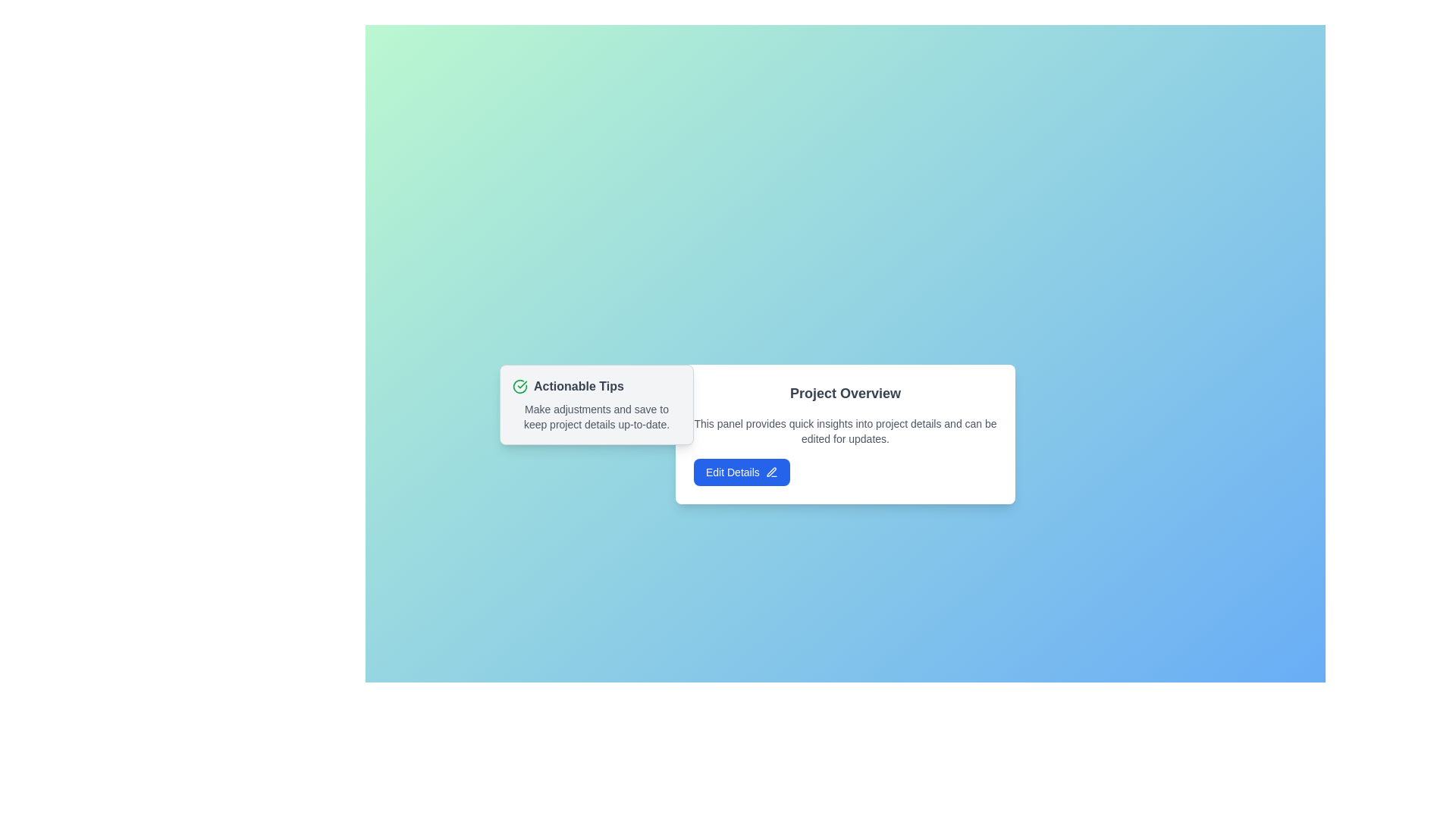 The height and width of the screenshot is (819, 1456). Describe the element at coordinates (596, 385) in the screenshot. I see `text 'Actionable Tips' from the heading element, which features a green circular checkmark icon to the left and is located at the top-left of a bordered, light-gray dialog box` at that location.